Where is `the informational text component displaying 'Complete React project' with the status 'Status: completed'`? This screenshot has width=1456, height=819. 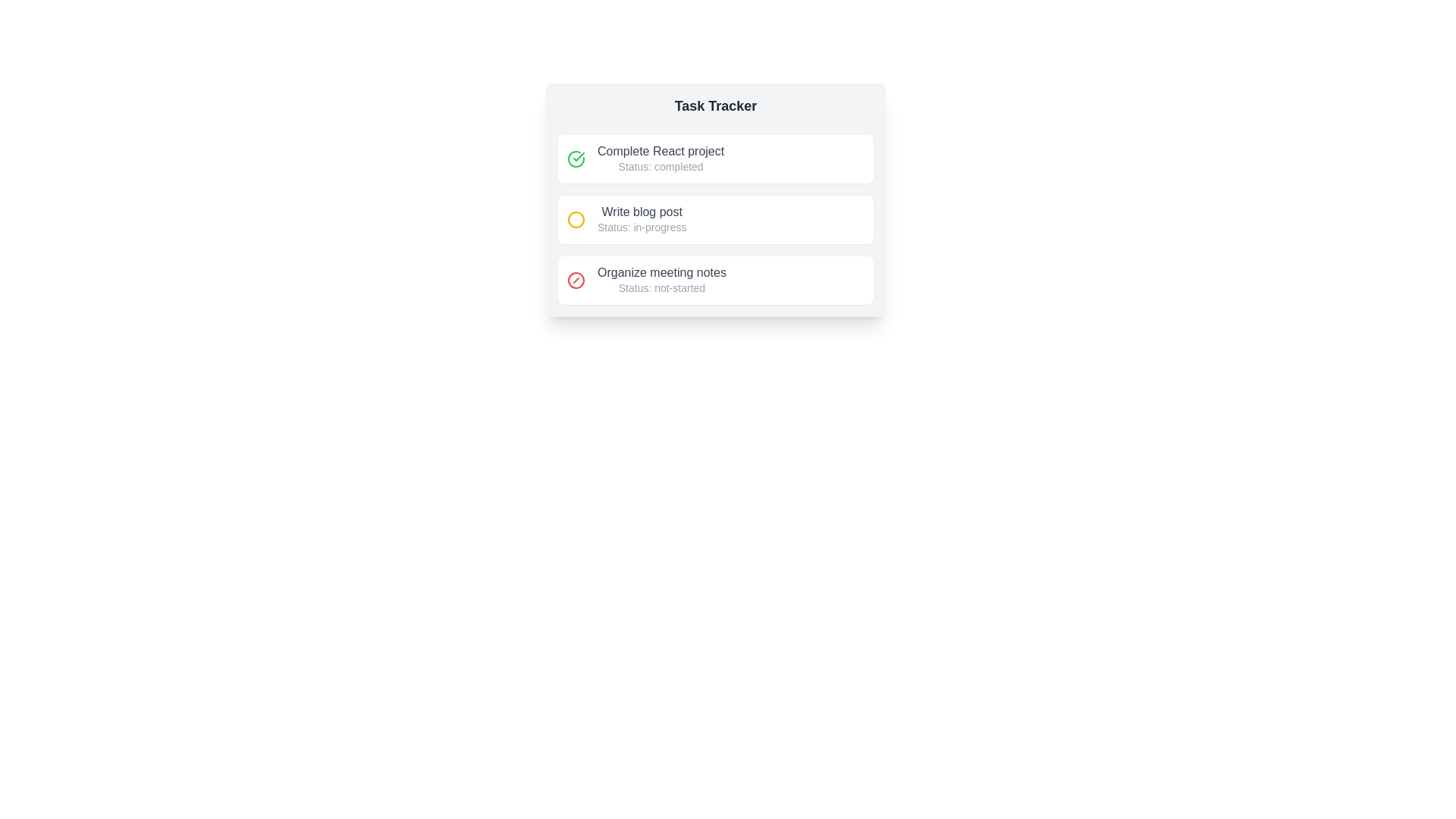
the informational text component displaying 'Complete React project' with the status 'Status: completed' is located at coordinates (661, 158).